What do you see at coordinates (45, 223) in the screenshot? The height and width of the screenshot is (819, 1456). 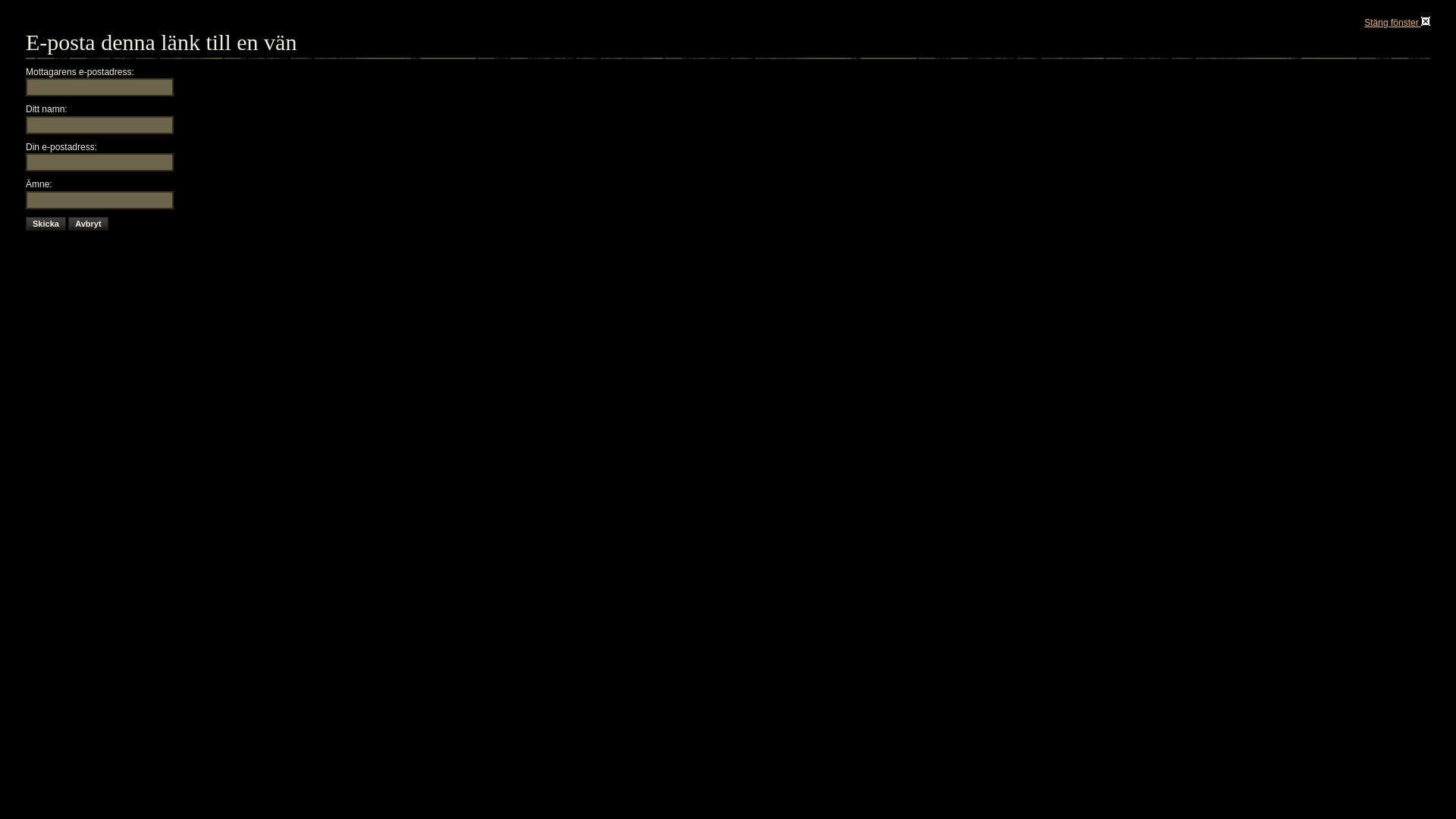 I see `'Skicka'` at bounding box center [45, 223].